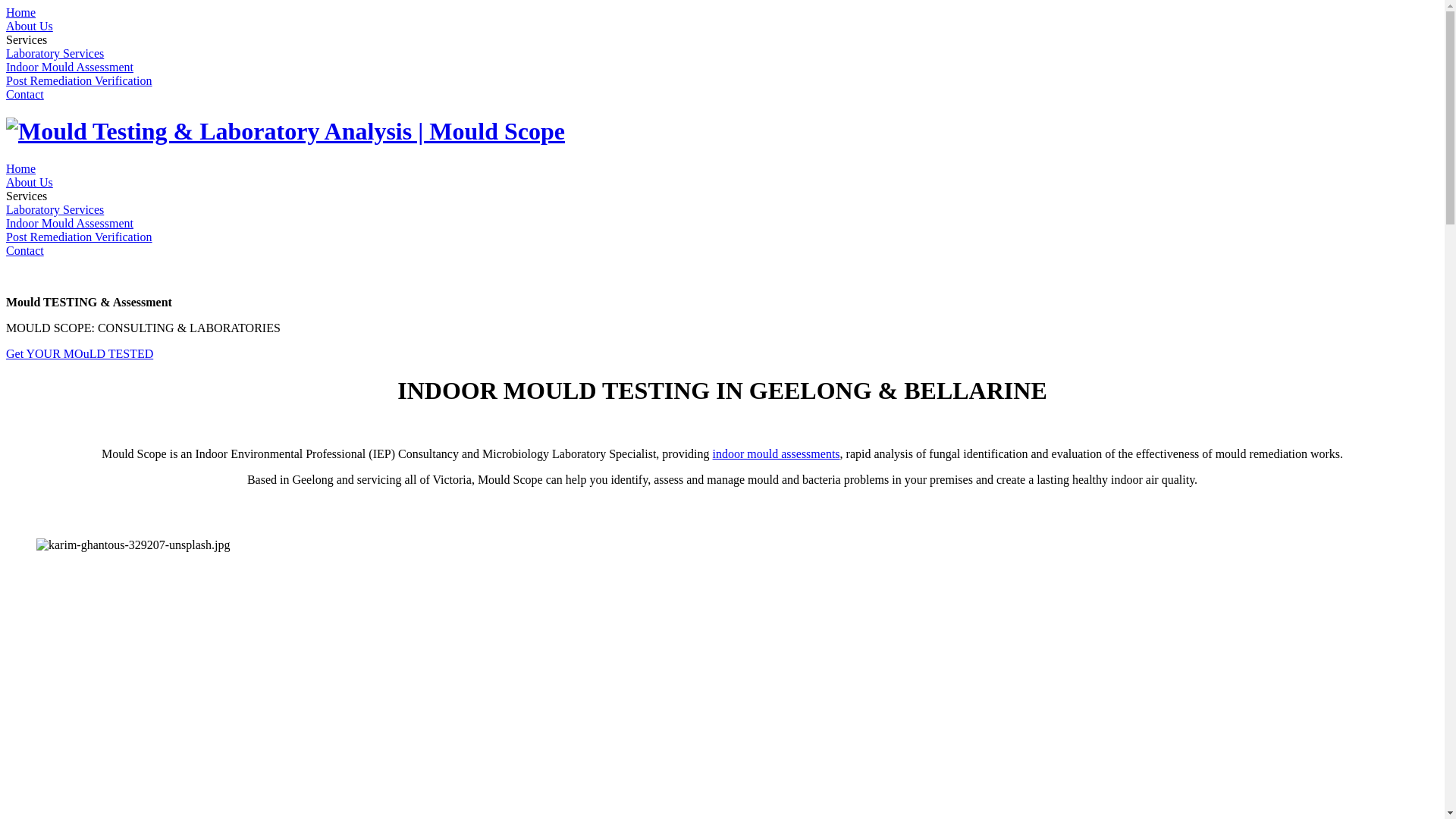  I want to click on 'Get YOUR MOuLD TESTED', so click(79, 353).